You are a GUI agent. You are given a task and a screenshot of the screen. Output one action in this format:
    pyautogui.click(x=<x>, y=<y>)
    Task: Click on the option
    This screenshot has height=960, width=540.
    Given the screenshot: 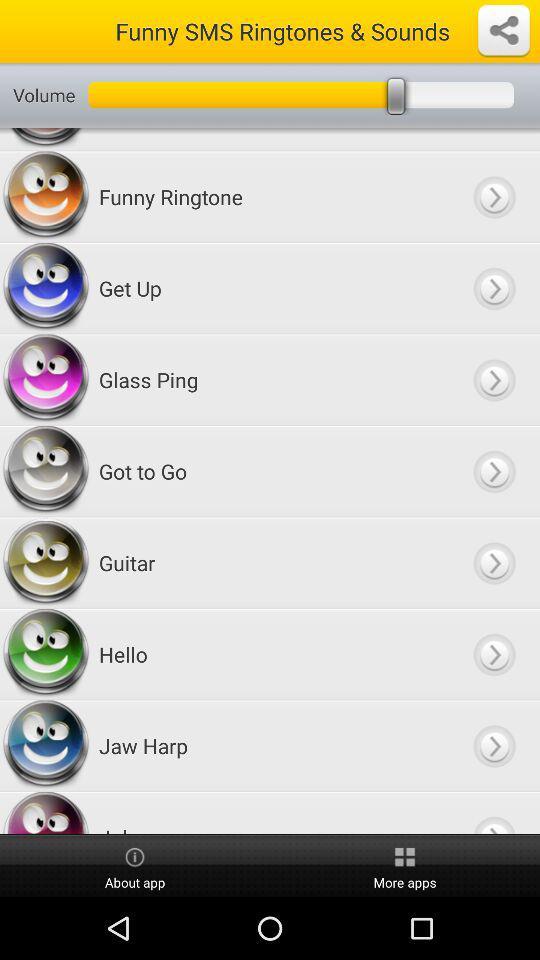 What is the action you would take?
    pyautogui.click(x=493, y=287)
    